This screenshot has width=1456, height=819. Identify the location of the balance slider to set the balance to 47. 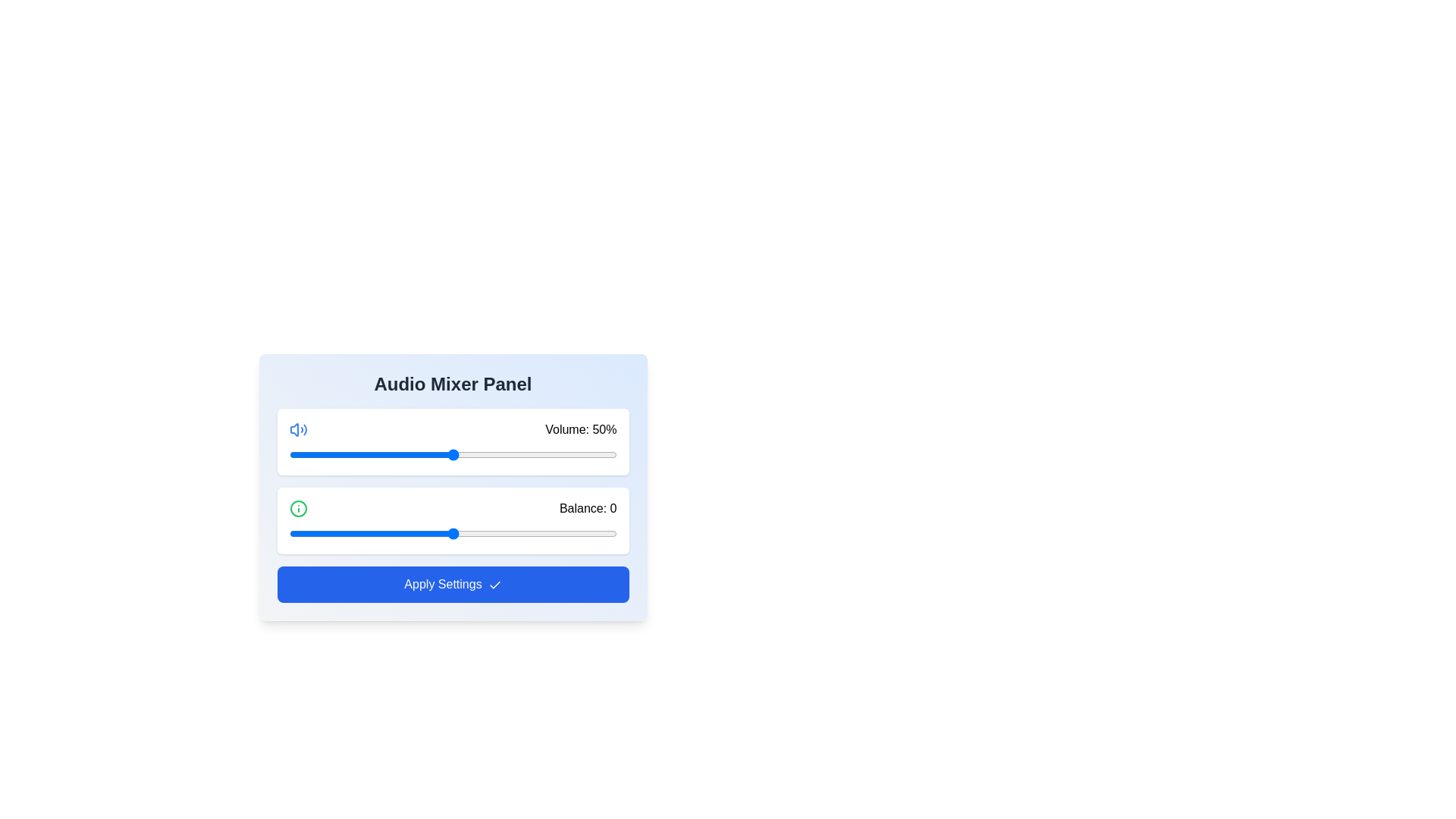
(607, 533).